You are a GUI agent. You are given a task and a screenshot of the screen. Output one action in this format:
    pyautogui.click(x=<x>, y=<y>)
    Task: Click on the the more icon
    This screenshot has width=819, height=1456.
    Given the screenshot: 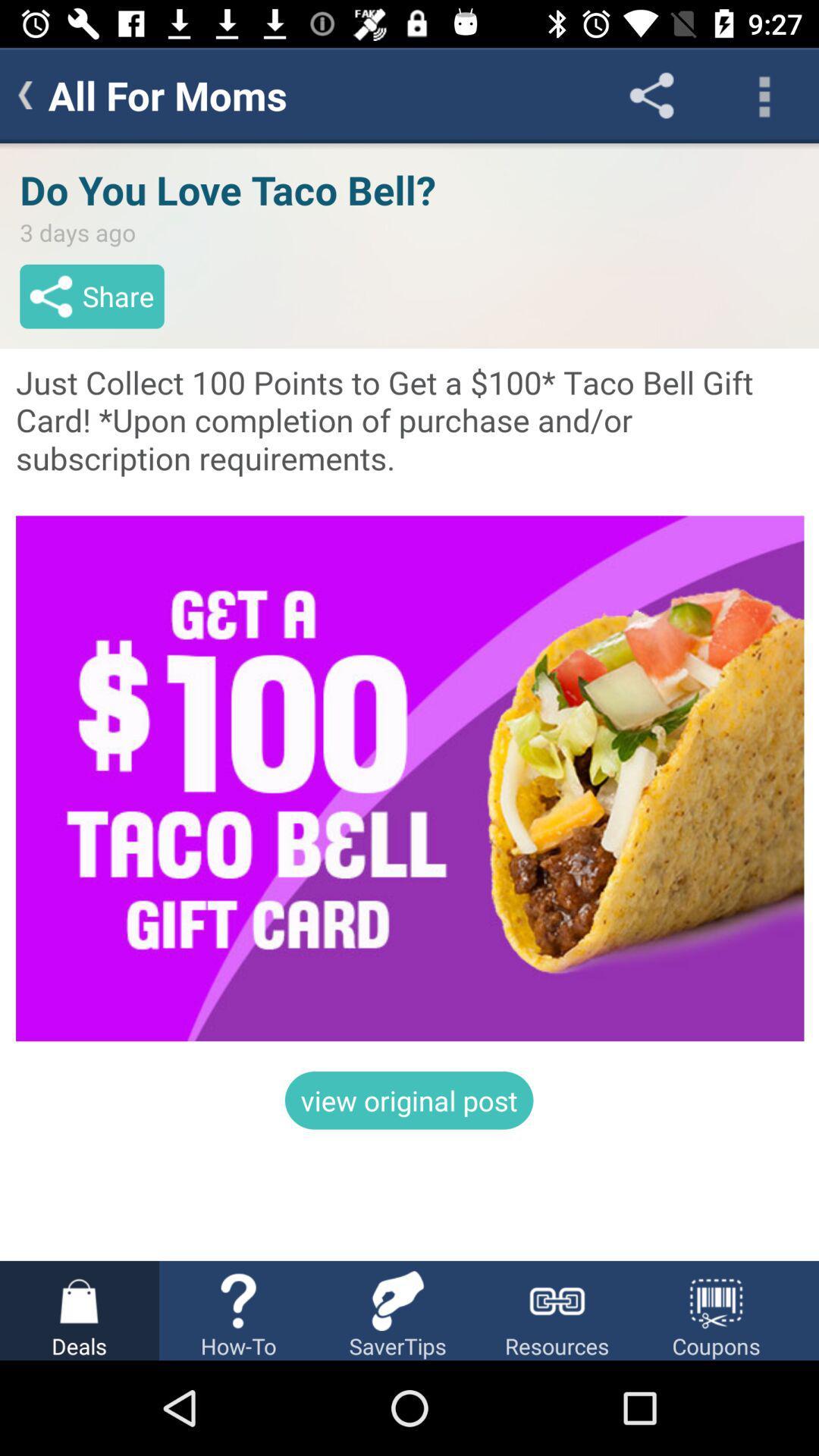 What is the action you would take?
    pyautogui.click(x=763, y=94)
    